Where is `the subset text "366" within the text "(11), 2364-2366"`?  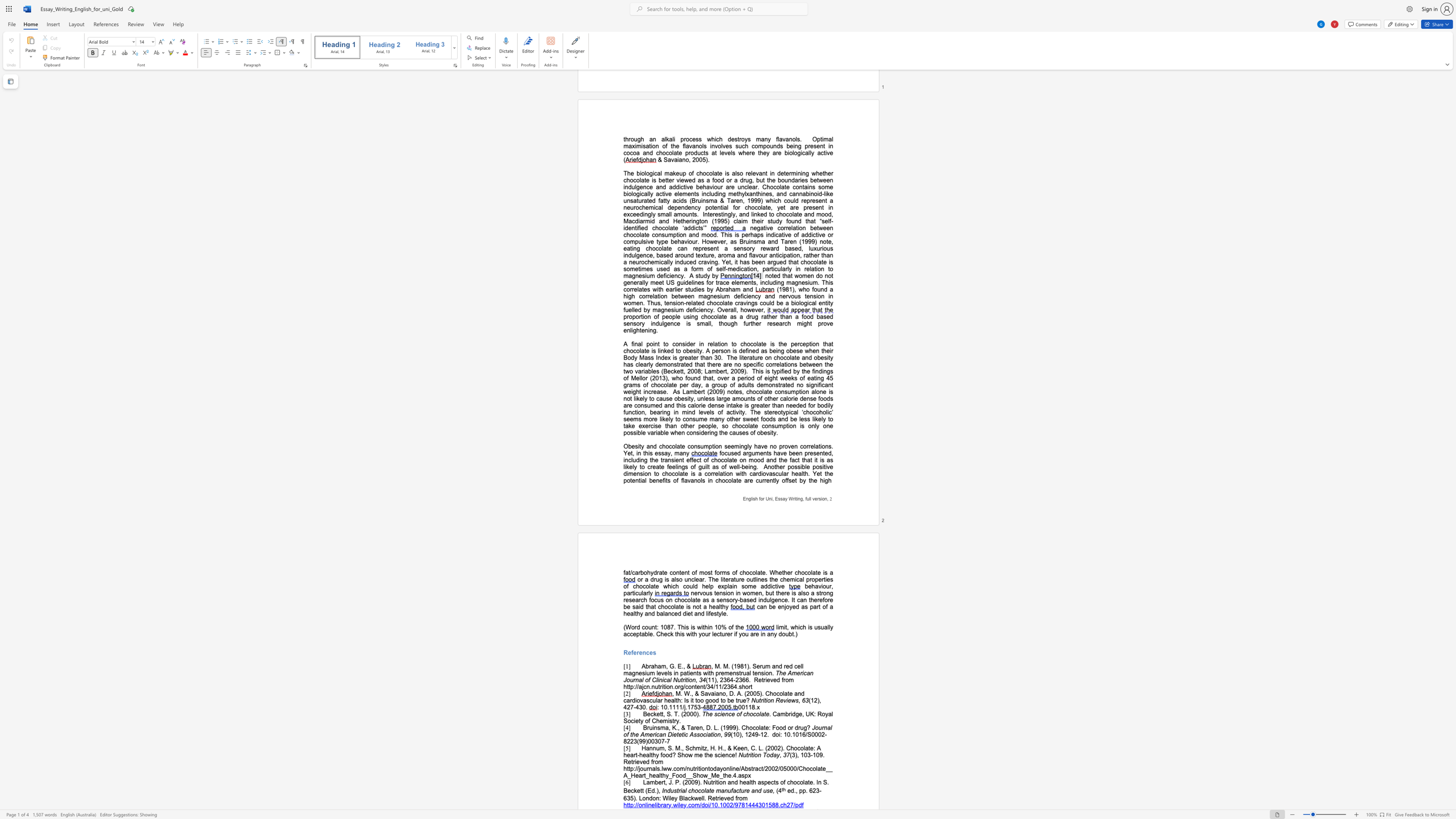
the subset text "366" within the text "(11), 2364-2366" is located at coordinates (739, 680).